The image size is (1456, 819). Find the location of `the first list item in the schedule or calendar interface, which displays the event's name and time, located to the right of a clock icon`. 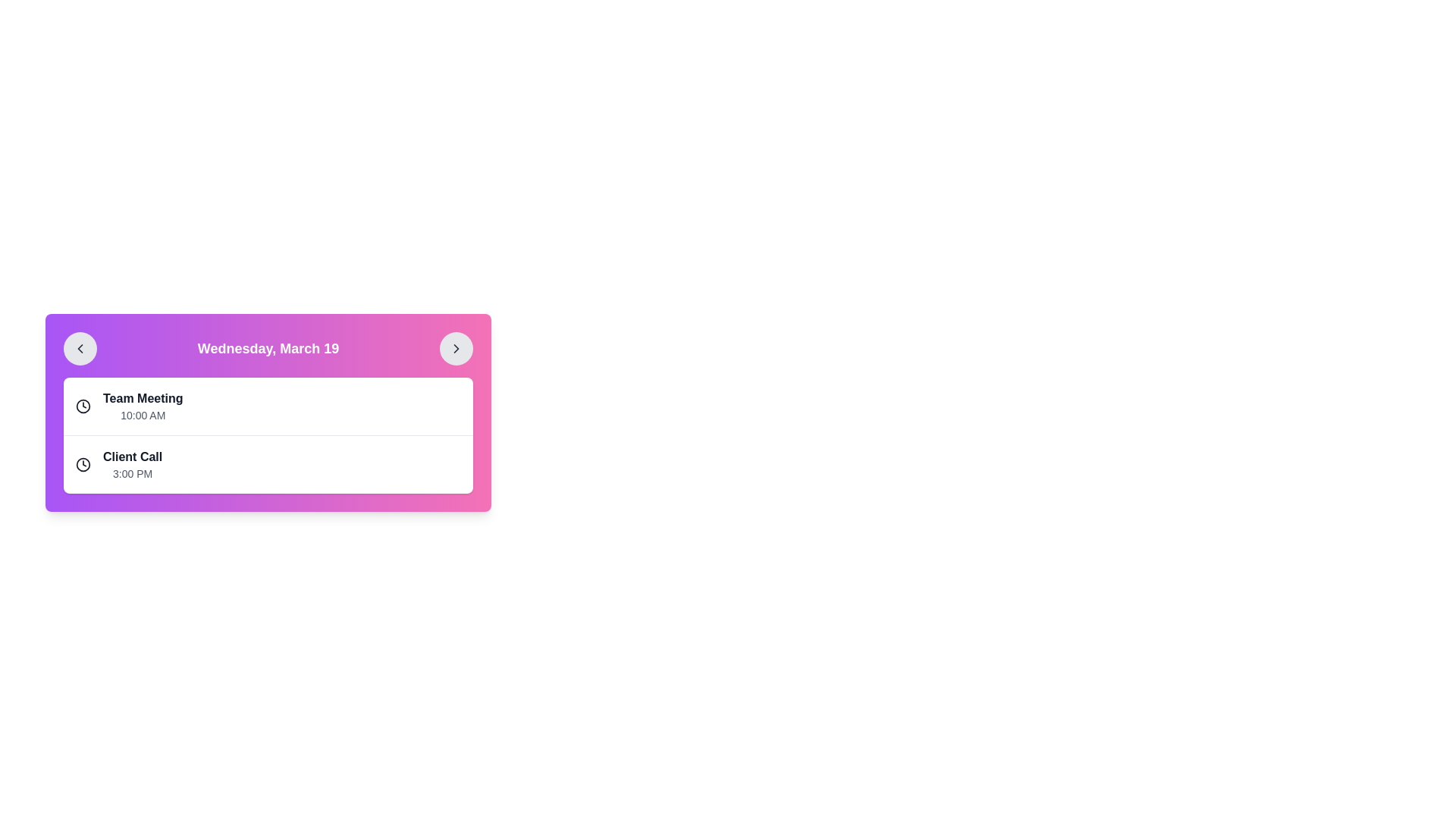

the first list item in the schedule or calendar interface, which displays the event's name and time, located to the right of a clock icon is located at coordinates (143, 406).